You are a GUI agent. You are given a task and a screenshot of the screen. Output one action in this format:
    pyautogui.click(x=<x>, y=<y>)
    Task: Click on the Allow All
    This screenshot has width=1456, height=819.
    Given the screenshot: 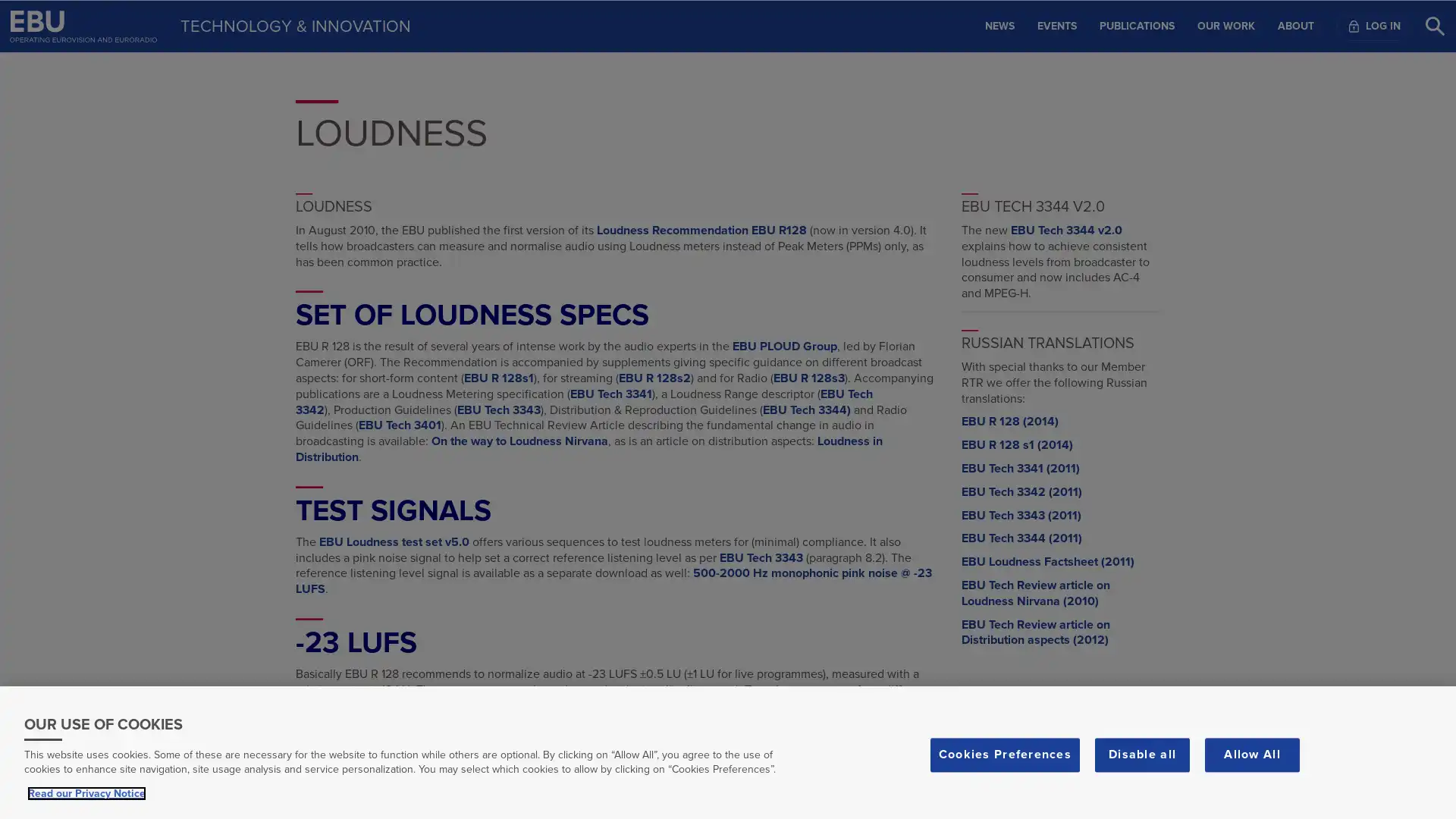 What is the action you would take?
    pyautogui.click(x=1252, y=755)
    